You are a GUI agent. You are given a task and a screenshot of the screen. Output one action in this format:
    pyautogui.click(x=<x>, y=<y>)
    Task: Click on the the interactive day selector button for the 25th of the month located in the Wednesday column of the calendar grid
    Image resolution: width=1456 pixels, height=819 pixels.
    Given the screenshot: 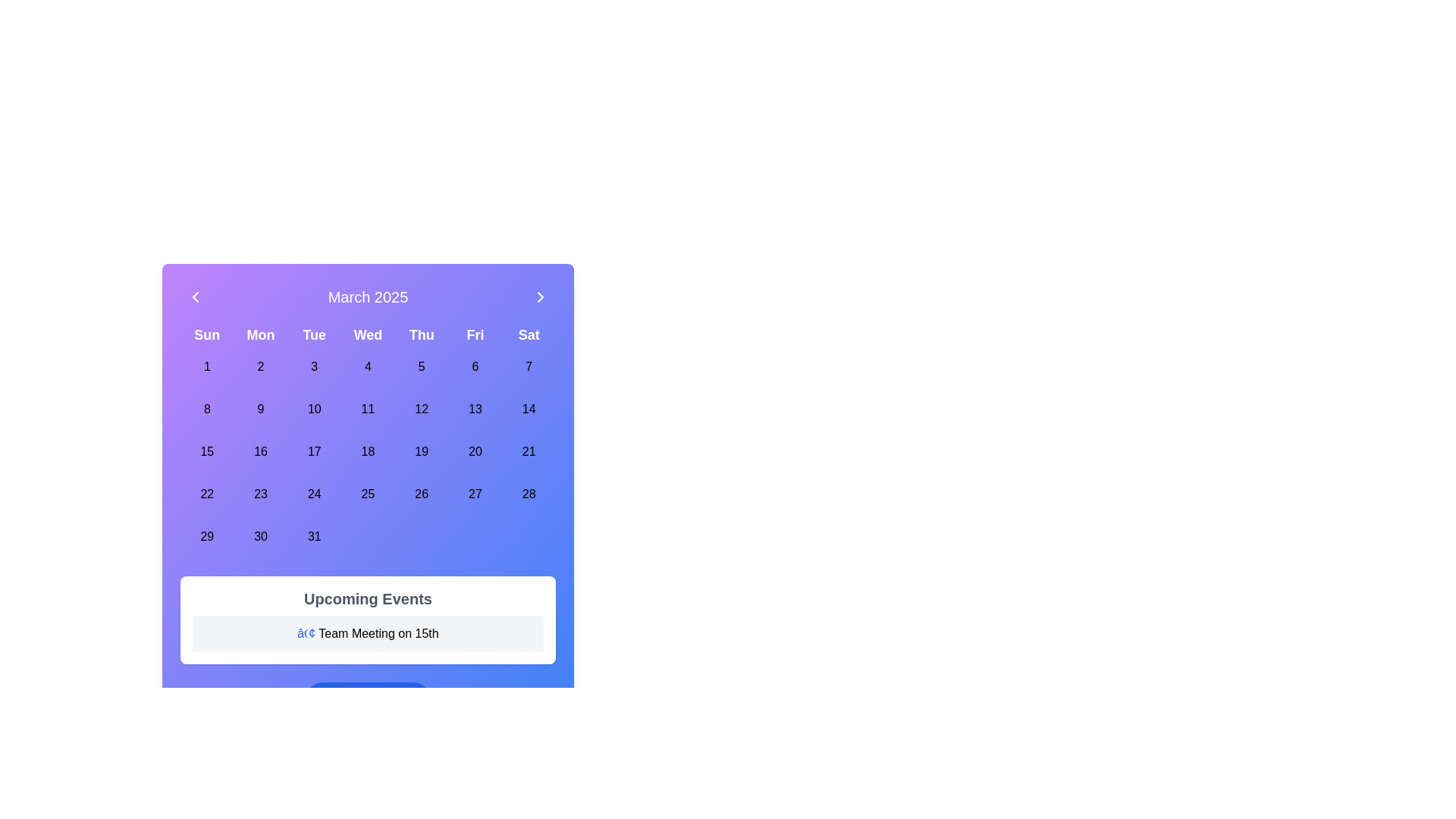 What is the action you would take?
    pyautogui.click(x=368, y=494)
    